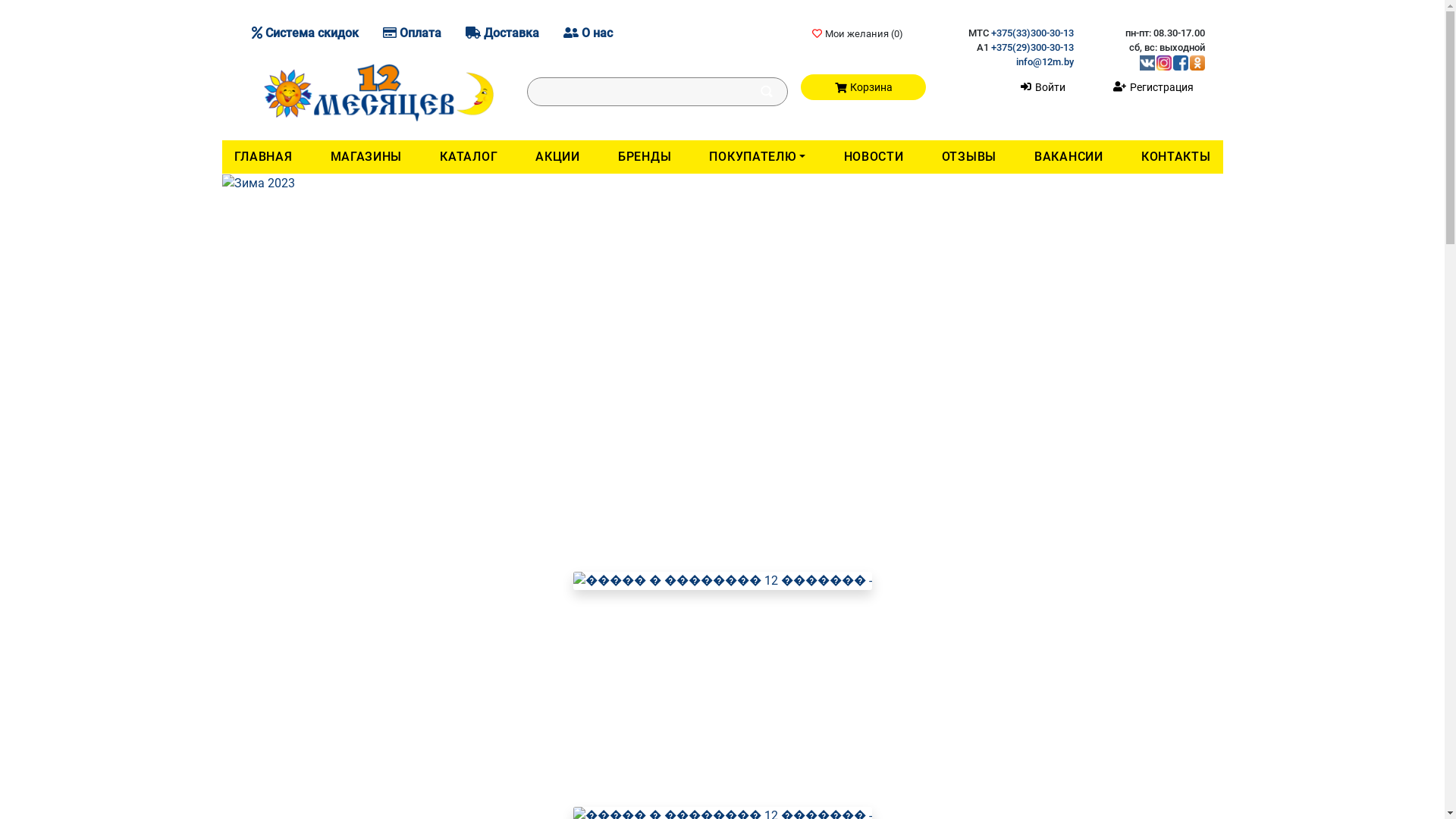 This screenshot has width=1456, height=819. I want to click on '+375(33)300-30-13', so click(1031, 33).